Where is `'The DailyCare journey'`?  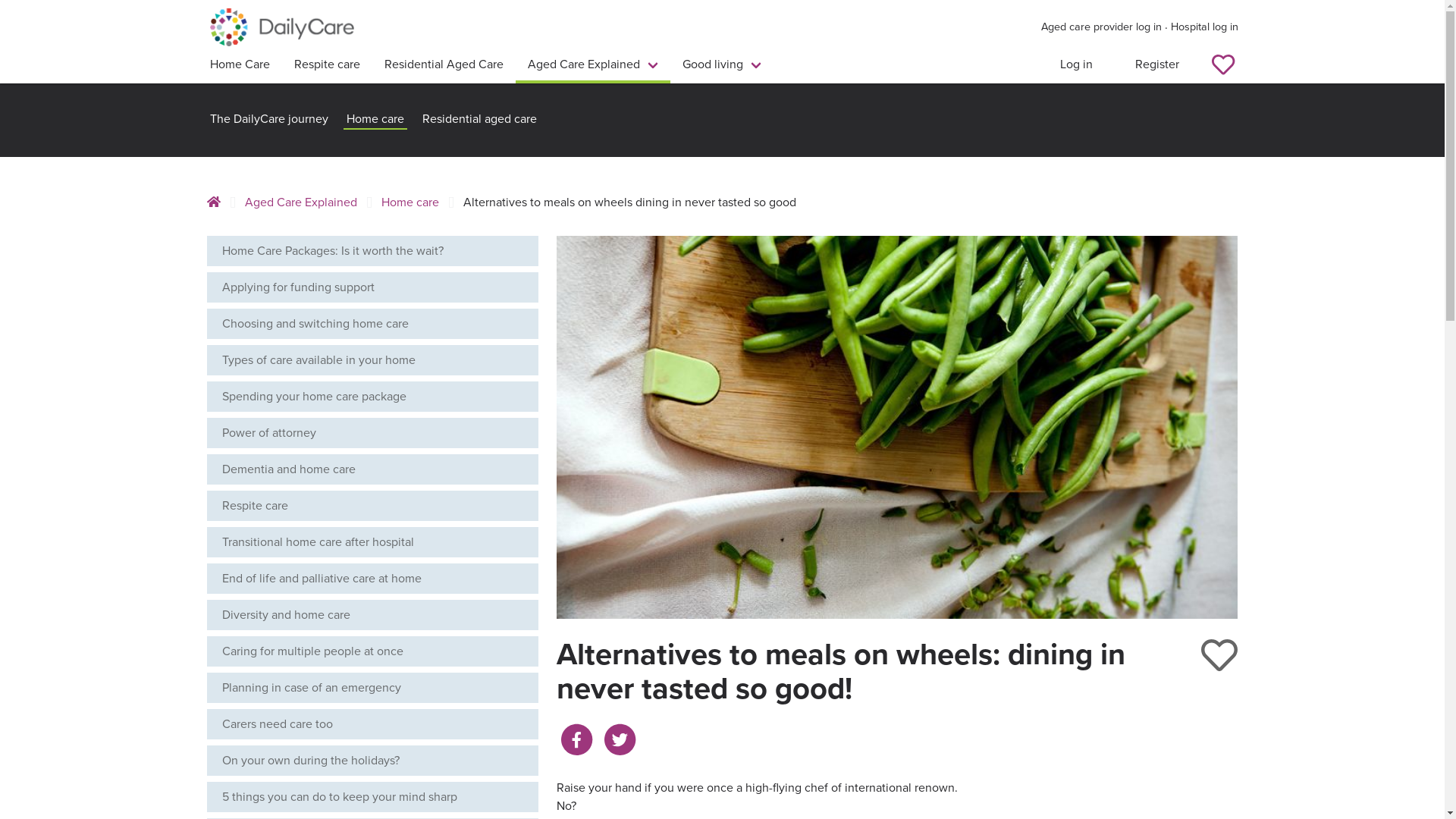 'The DailyCare journey' is located at coordinates (268, 119).